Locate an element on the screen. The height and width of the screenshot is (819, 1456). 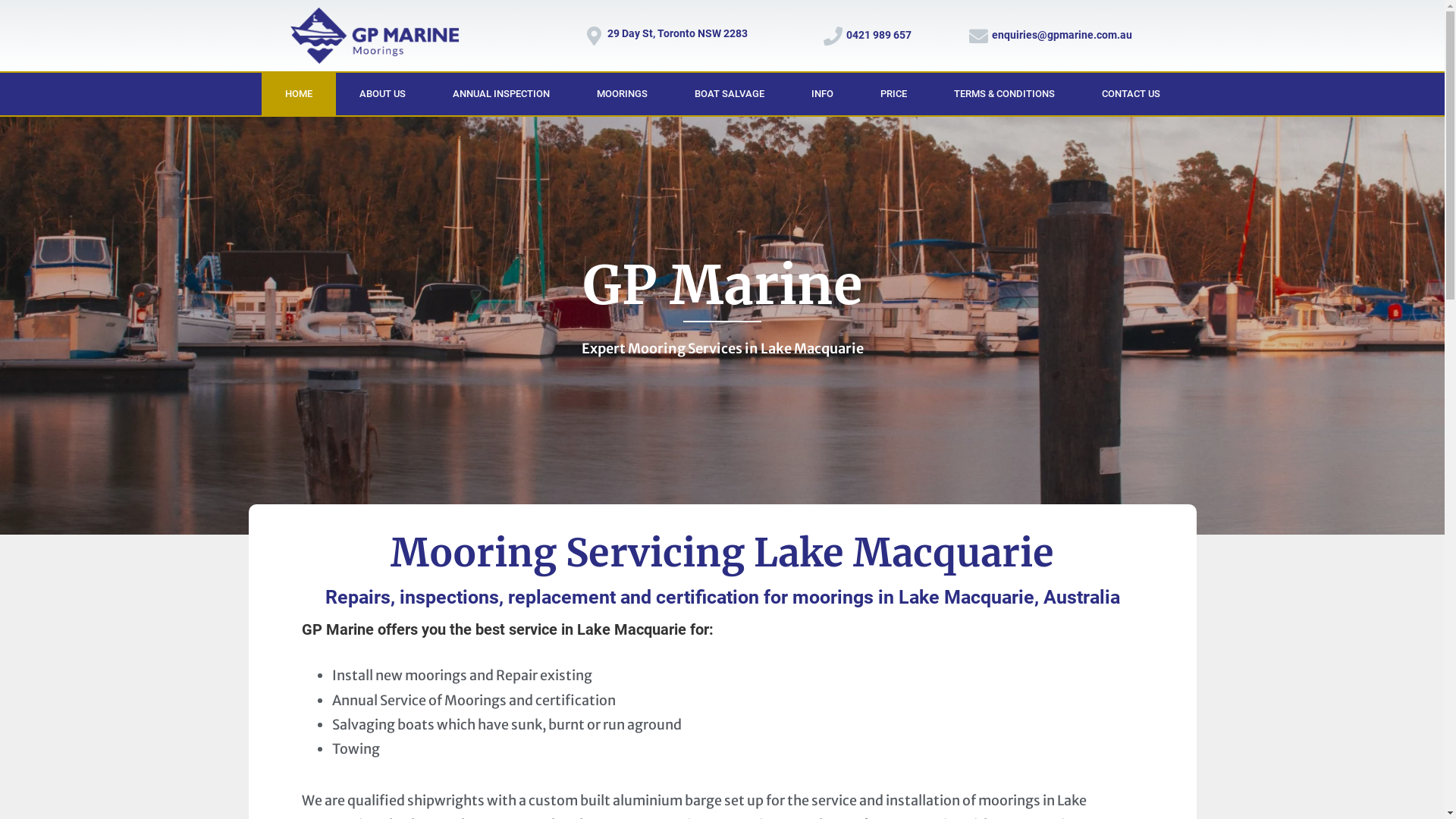
'TERMS & CONDITIONS' is located at coordinates (1003, 93).